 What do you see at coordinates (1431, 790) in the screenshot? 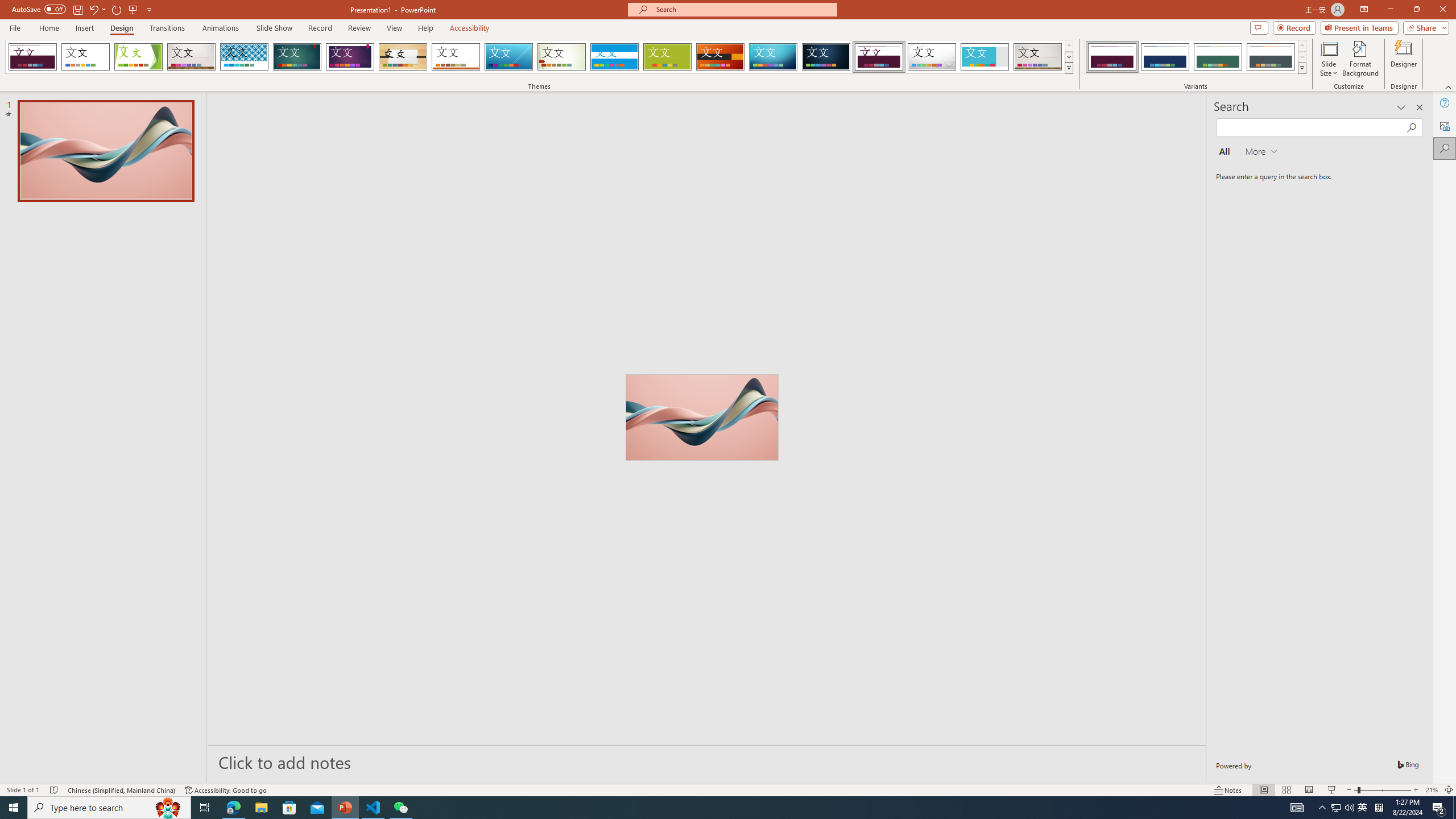
I see `'Zoom 21%'` at bounding box center [1431, 790].